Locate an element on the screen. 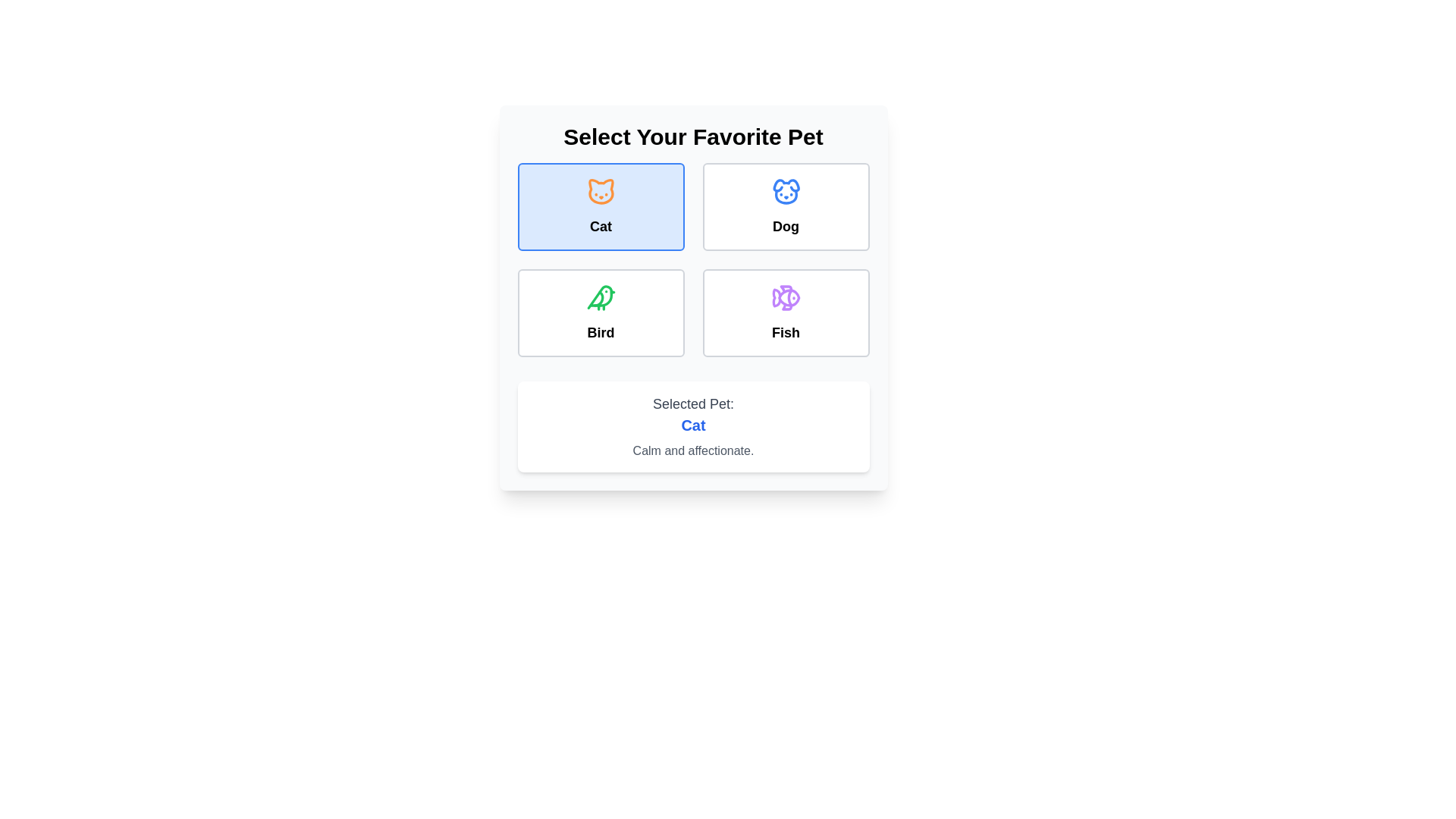 Image resolution: width=1456 pixels, height=819 pixels. the 'Bird' selectable card, which has a white background, grey border, and a green bird icon at the top is located at coordinates (600, 312).